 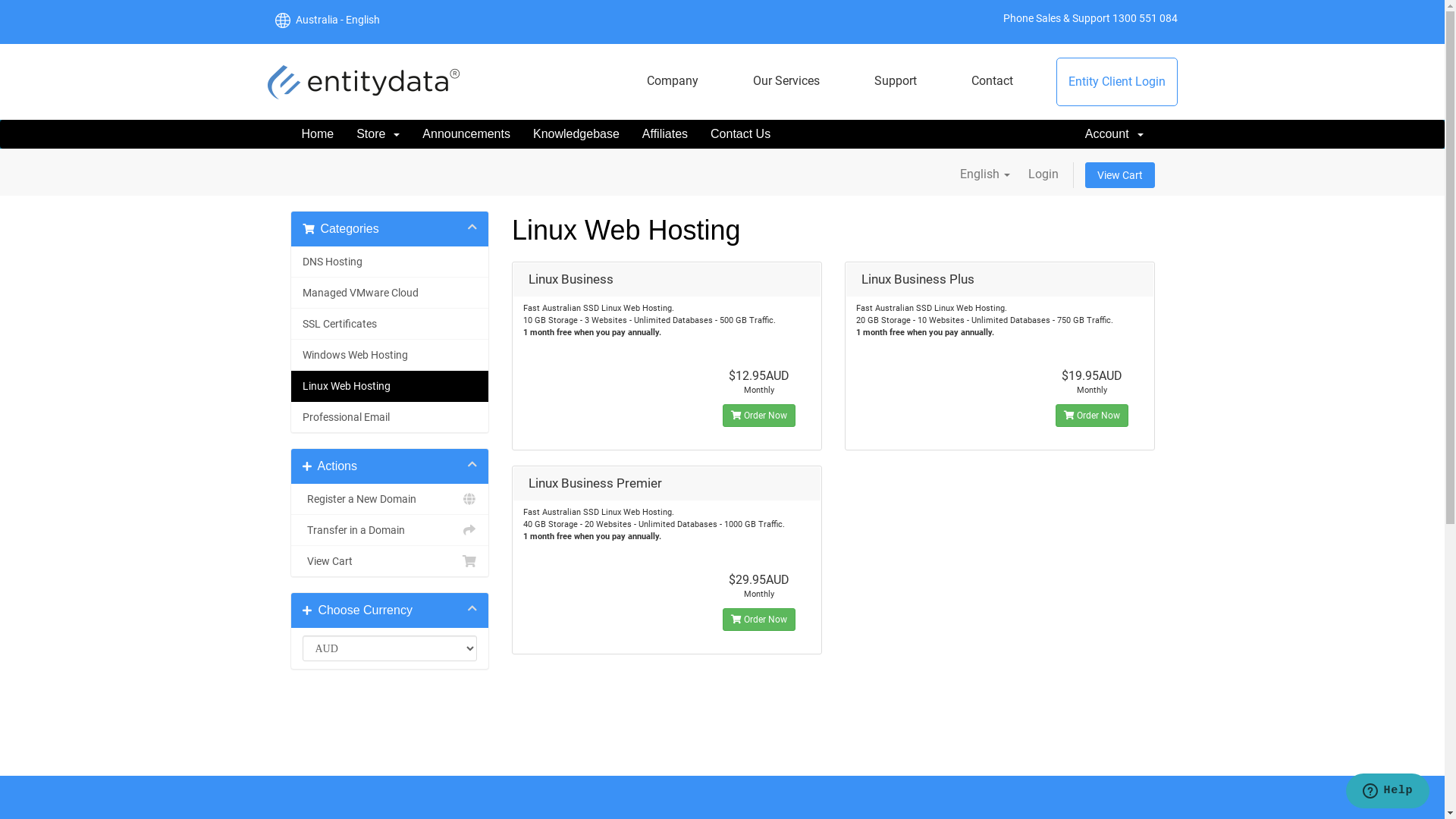 I want to click on 'Support', so click(x=895, y=81).